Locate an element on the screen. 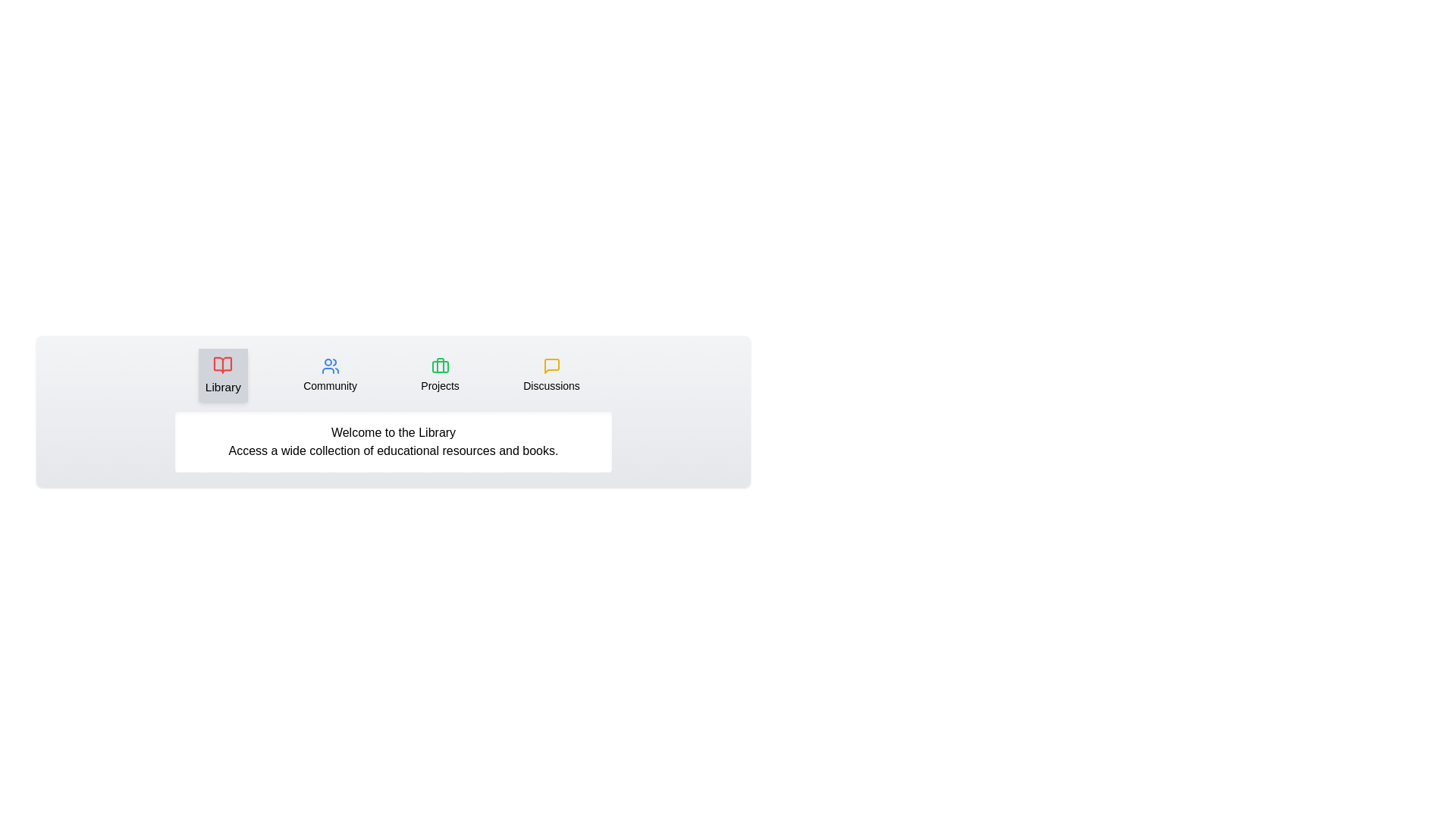 This screenshot has width=1456, height=819. the Informational Text Box that displays a welcome message and library offerings, located below the interactive sections labeled 'Library,' 'Community,' 'Projects,' and 'Discussions.' is located at coordinates (393, 441).